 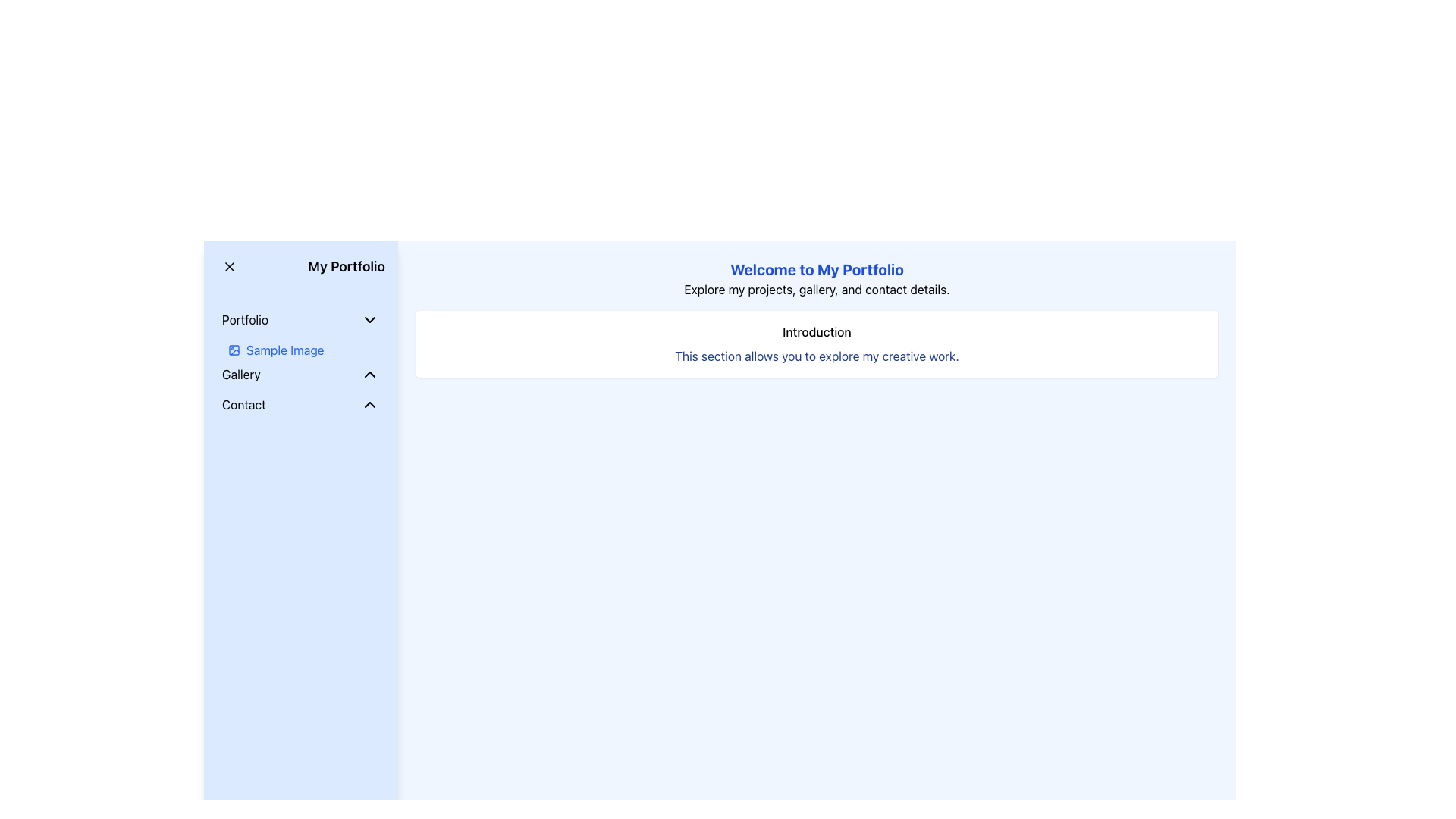 I want to click on the 'Sample Image' Navigation Link with Icon located in the sidebar panel under the 'Portfolio' dropdown, so click(x=306, y=350).